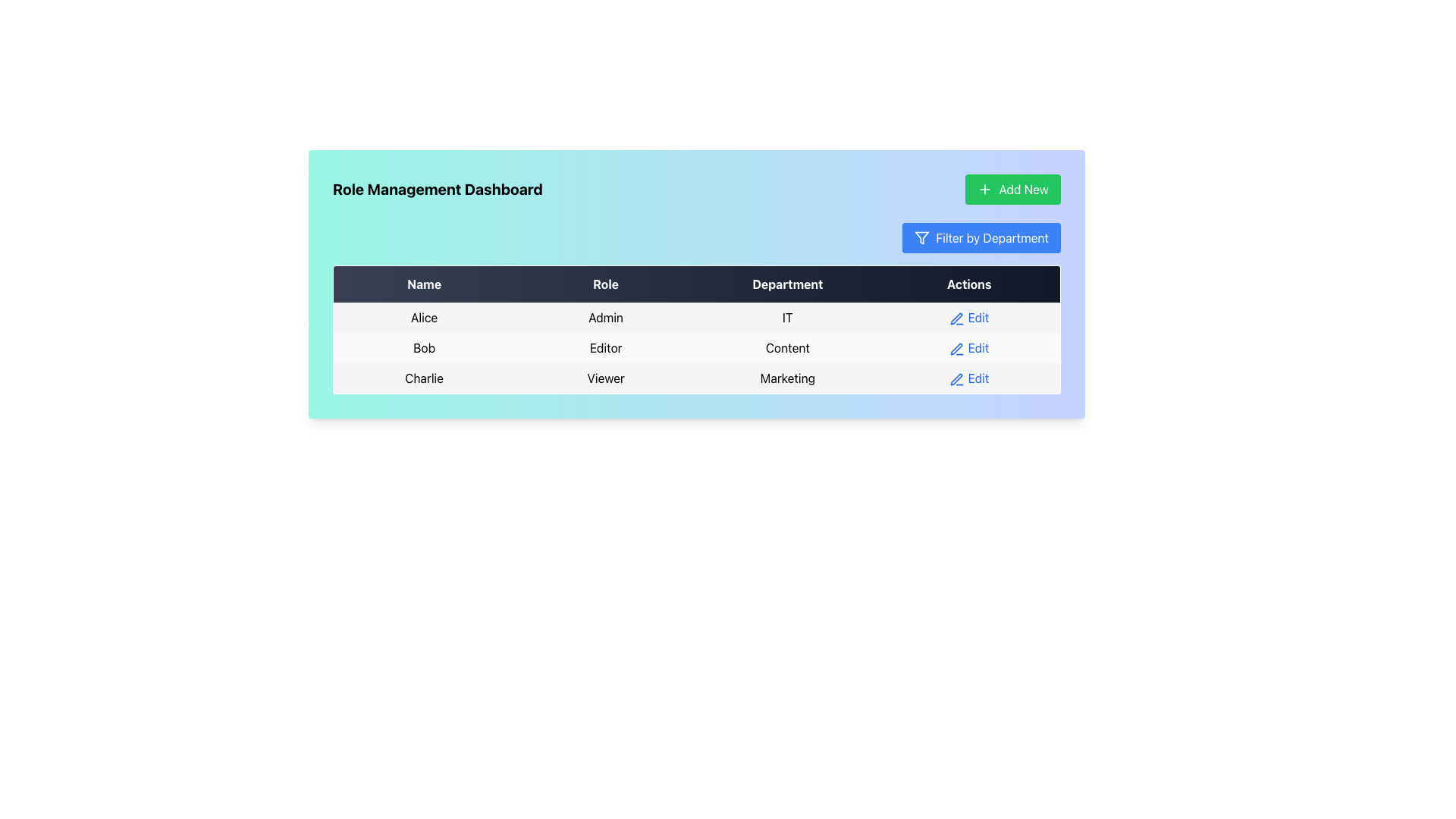 The height and width of the screenshot is (819, 1456). I want to click on the 'Edit' icon in the 'Actions' column for the user named 'Bob' in the second row of the table, so click(956, 318).